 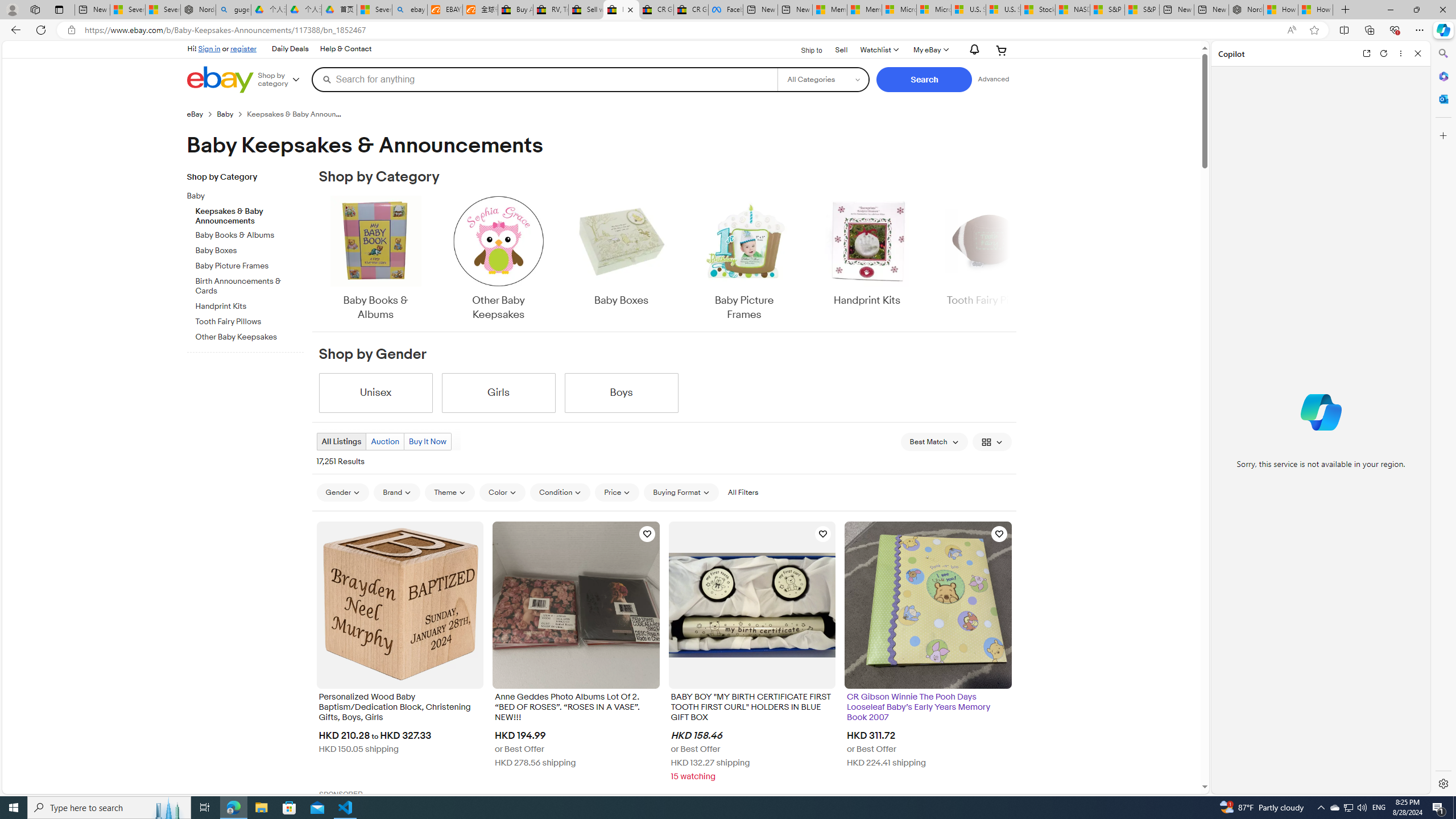 I want to click on 'Daily Deals', so click(x=289, y=48).